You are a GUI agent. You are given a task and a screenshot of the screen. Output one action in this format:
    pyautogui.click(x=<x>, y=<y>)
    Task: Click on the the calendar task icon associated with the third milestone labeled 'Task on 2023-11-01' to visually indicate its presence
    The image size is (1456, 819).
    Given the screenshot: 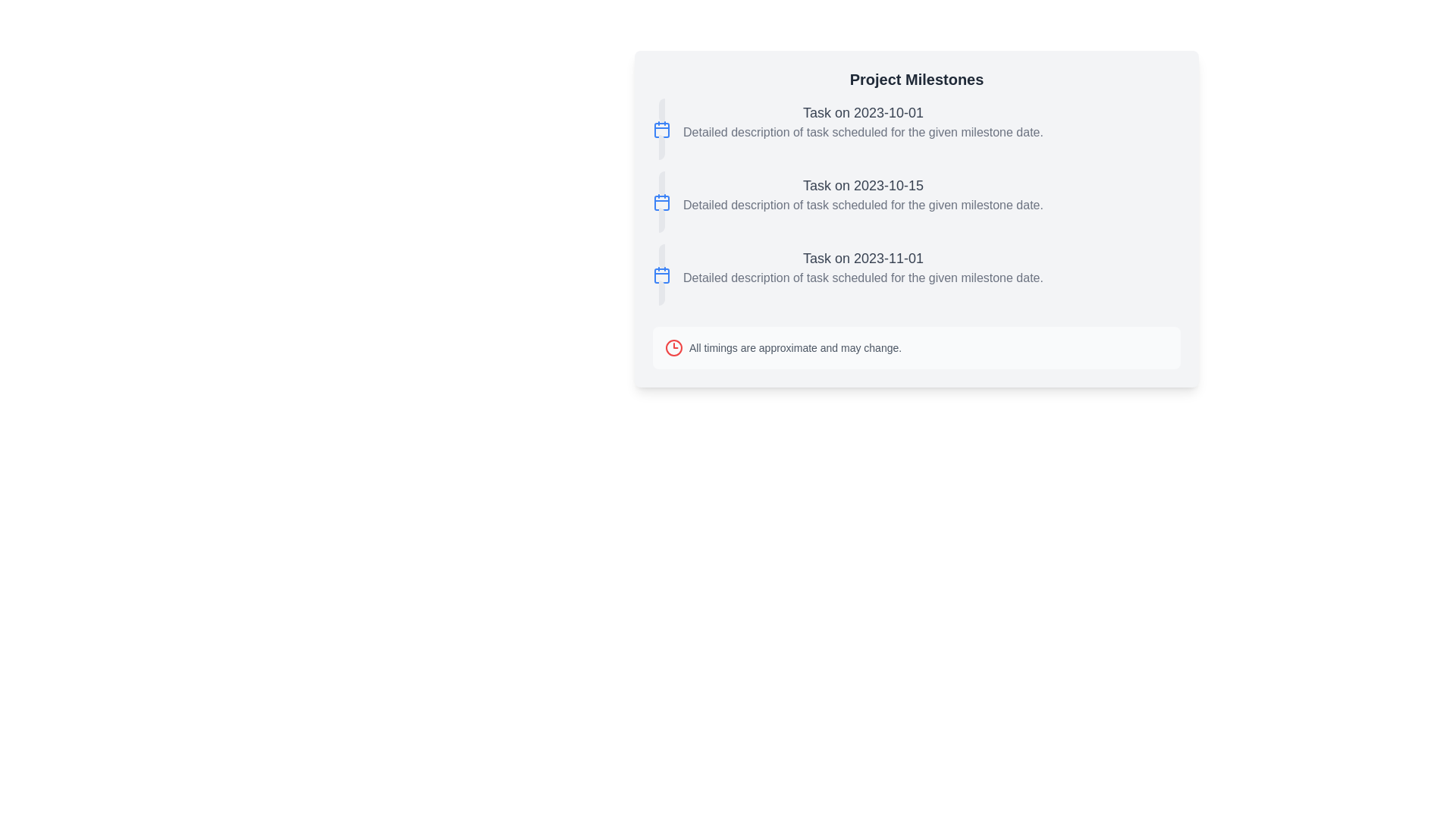 What is the action you would take?
    pyautogui.click(x=662, y=275)
    